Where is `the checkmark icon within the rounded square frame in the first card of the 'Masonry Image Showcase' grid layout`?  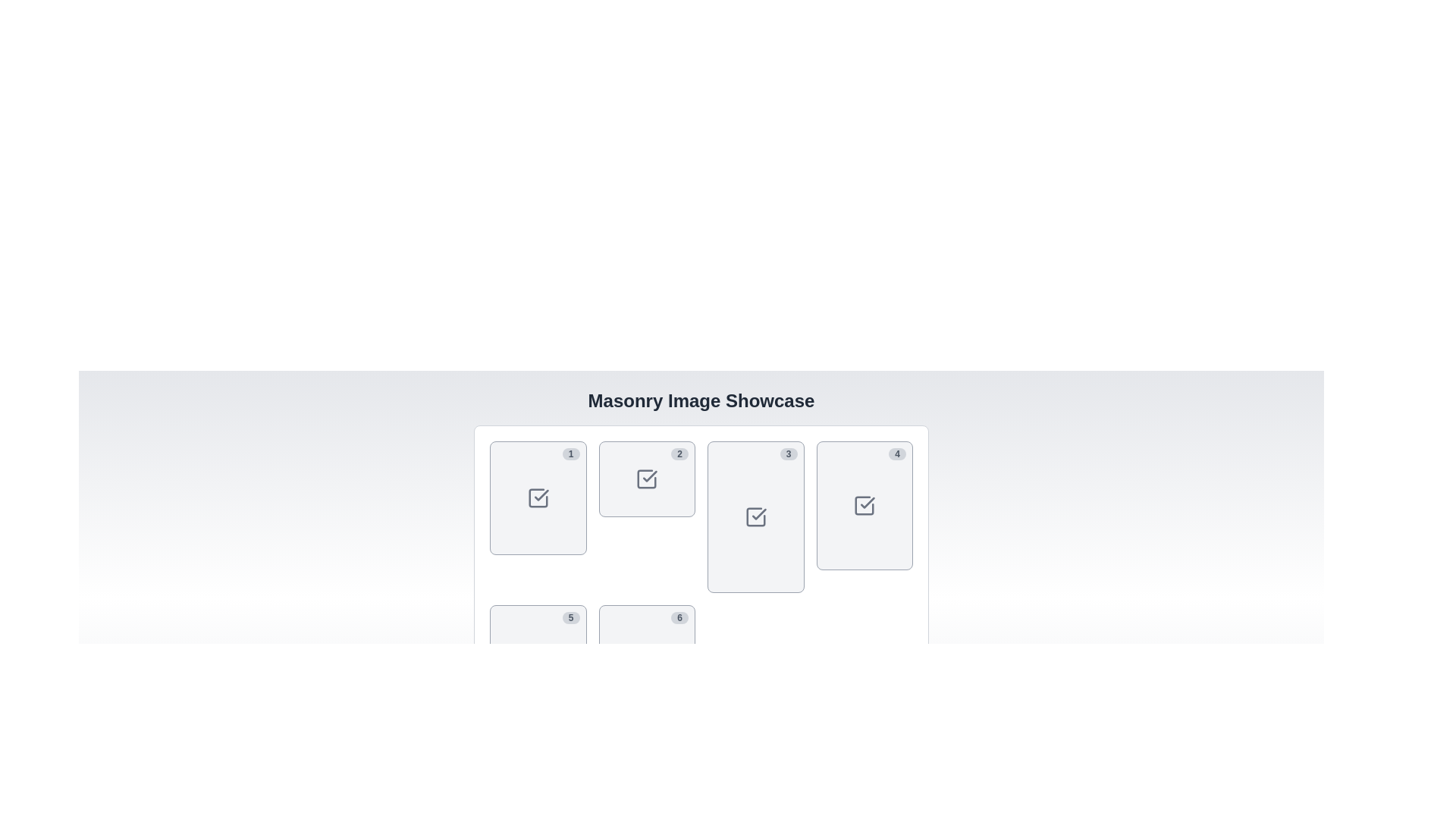
the checkmark icon within the rounded square frame in the first card of the 'Masonry Image Showcase' grid layout is located at coordinates (538, 497).